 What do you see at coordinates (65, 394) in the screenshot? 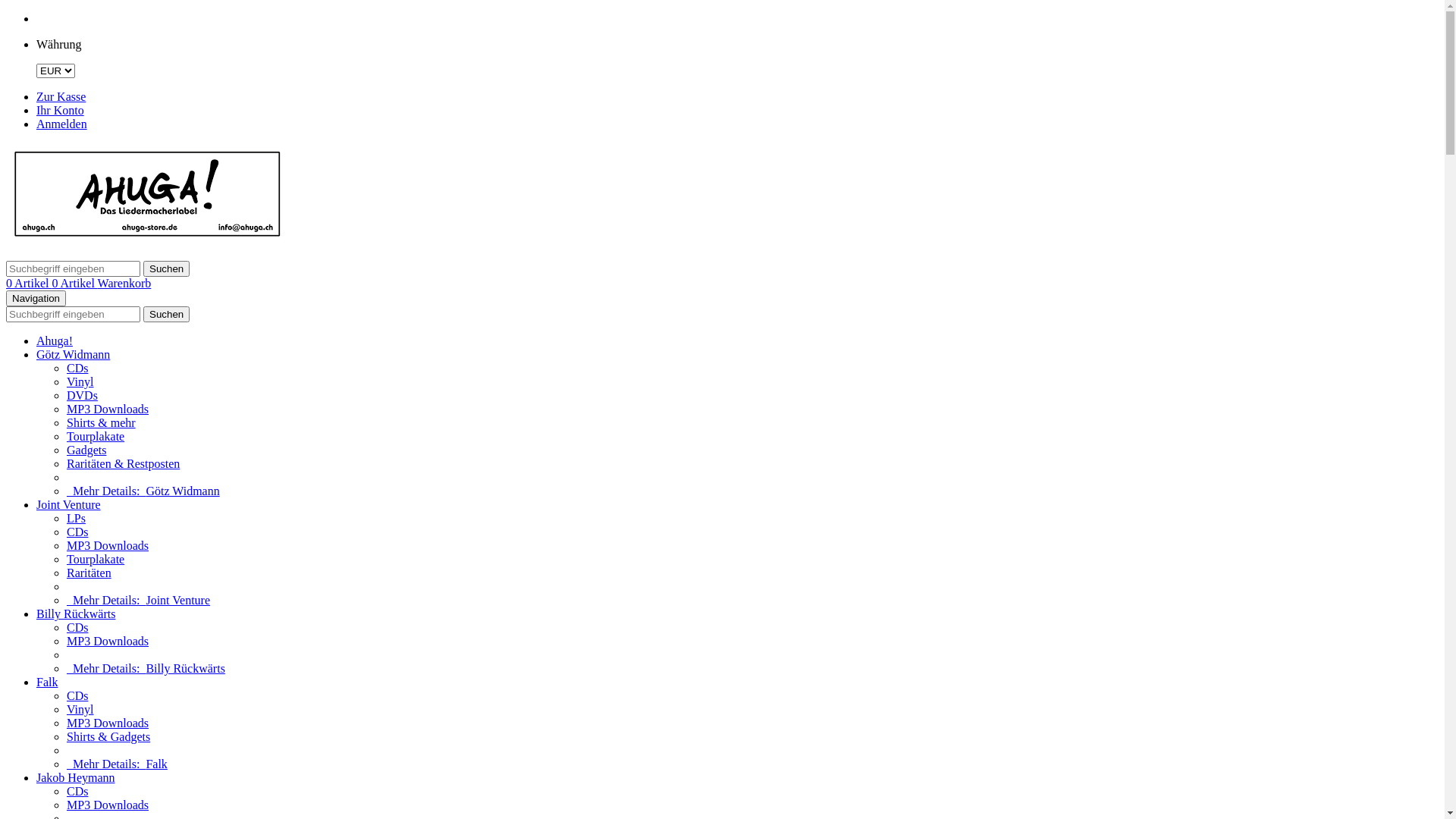
I see `'DVDs'` at bounding box center [65, 394].